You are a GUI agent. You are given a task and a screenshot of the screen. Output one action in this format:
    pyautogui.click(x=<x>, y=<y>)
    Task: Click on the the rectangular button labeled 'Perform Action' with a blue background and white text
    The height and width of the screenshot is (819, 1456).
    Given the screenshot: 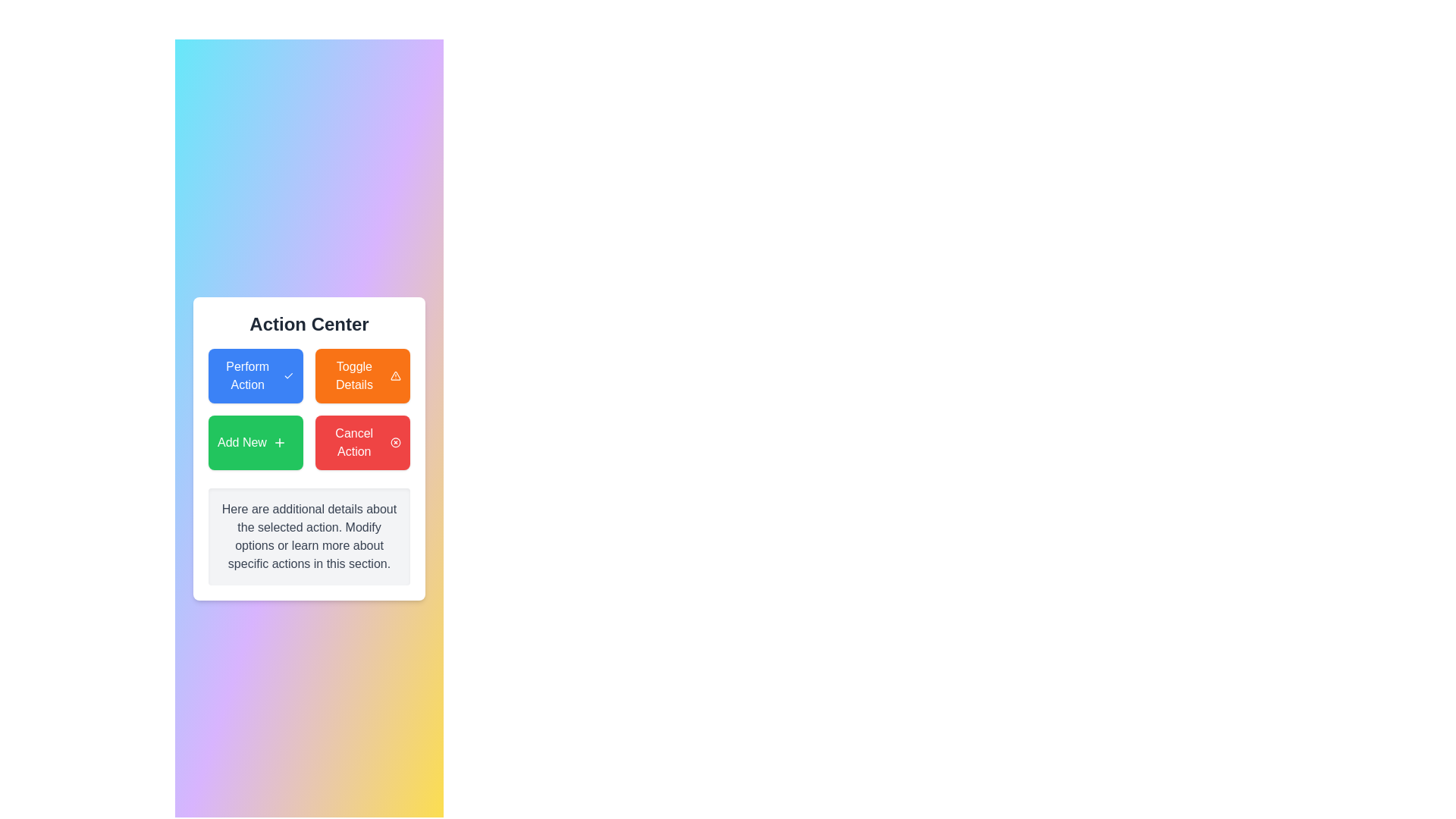 What is the action you would take?
    pyautogui.click(x=256, y=375)
    